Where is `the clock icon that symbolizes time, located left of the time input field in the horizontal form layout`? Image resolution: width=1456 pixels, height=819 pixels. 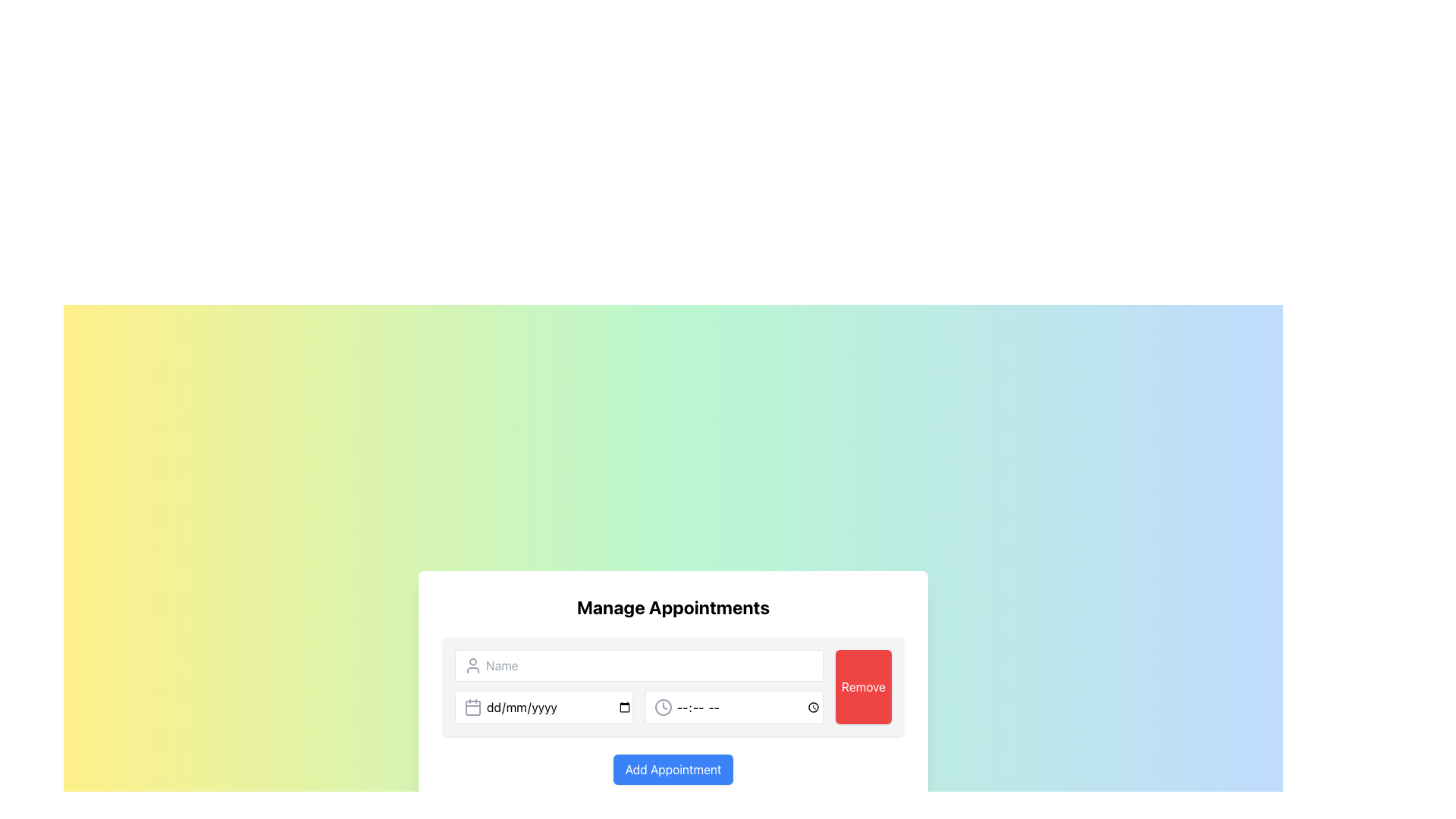
the clock icon that symbolizes time, located left of the time input field in the horizontal form layout is located at coordinates (663, 708).